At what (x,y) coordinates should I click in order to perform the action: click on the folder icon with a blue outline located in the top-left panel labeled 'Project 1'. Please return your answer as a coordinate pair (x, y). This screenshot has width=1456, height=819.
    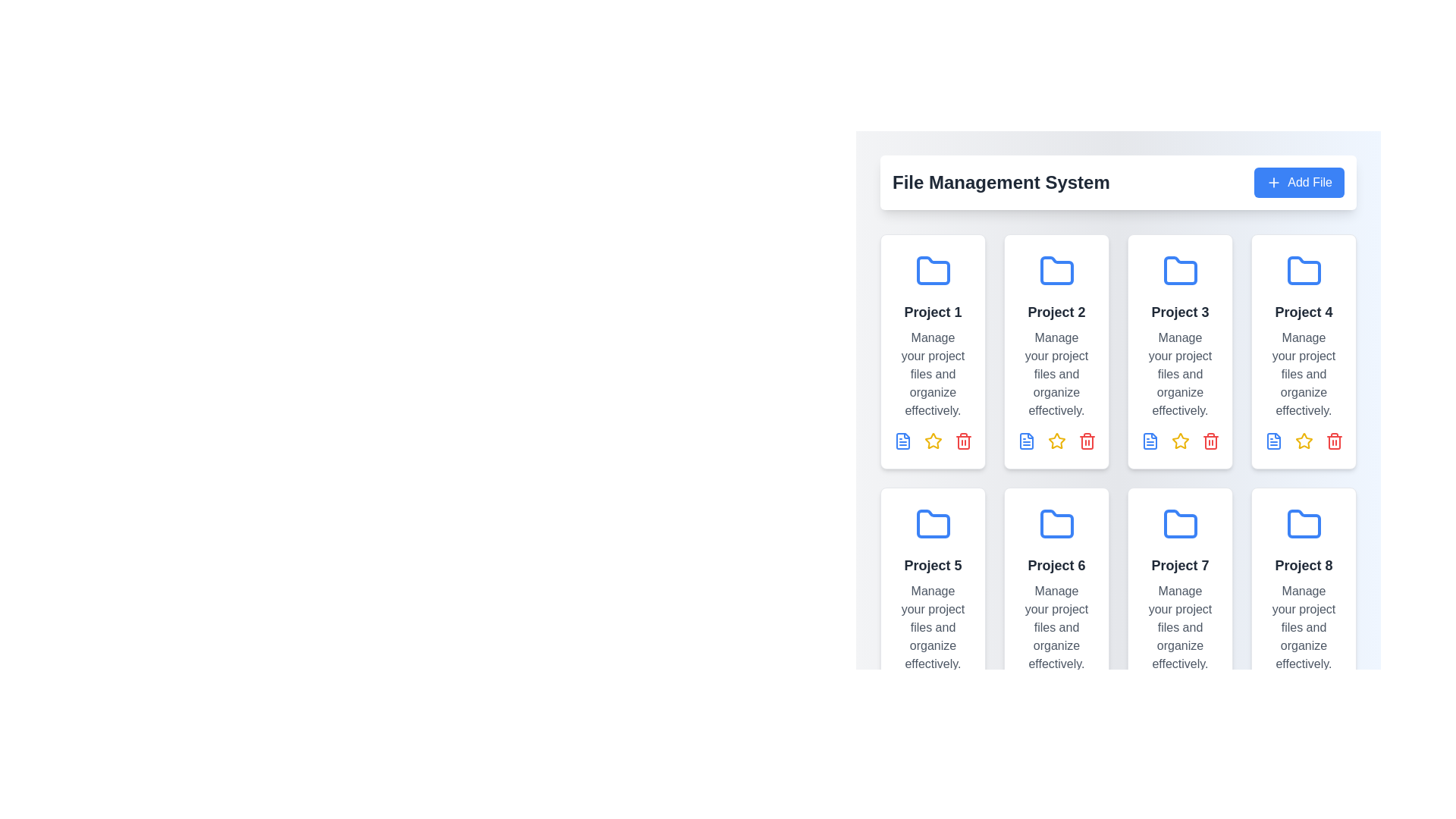
    Looking at the image, I should click on (932, 270).